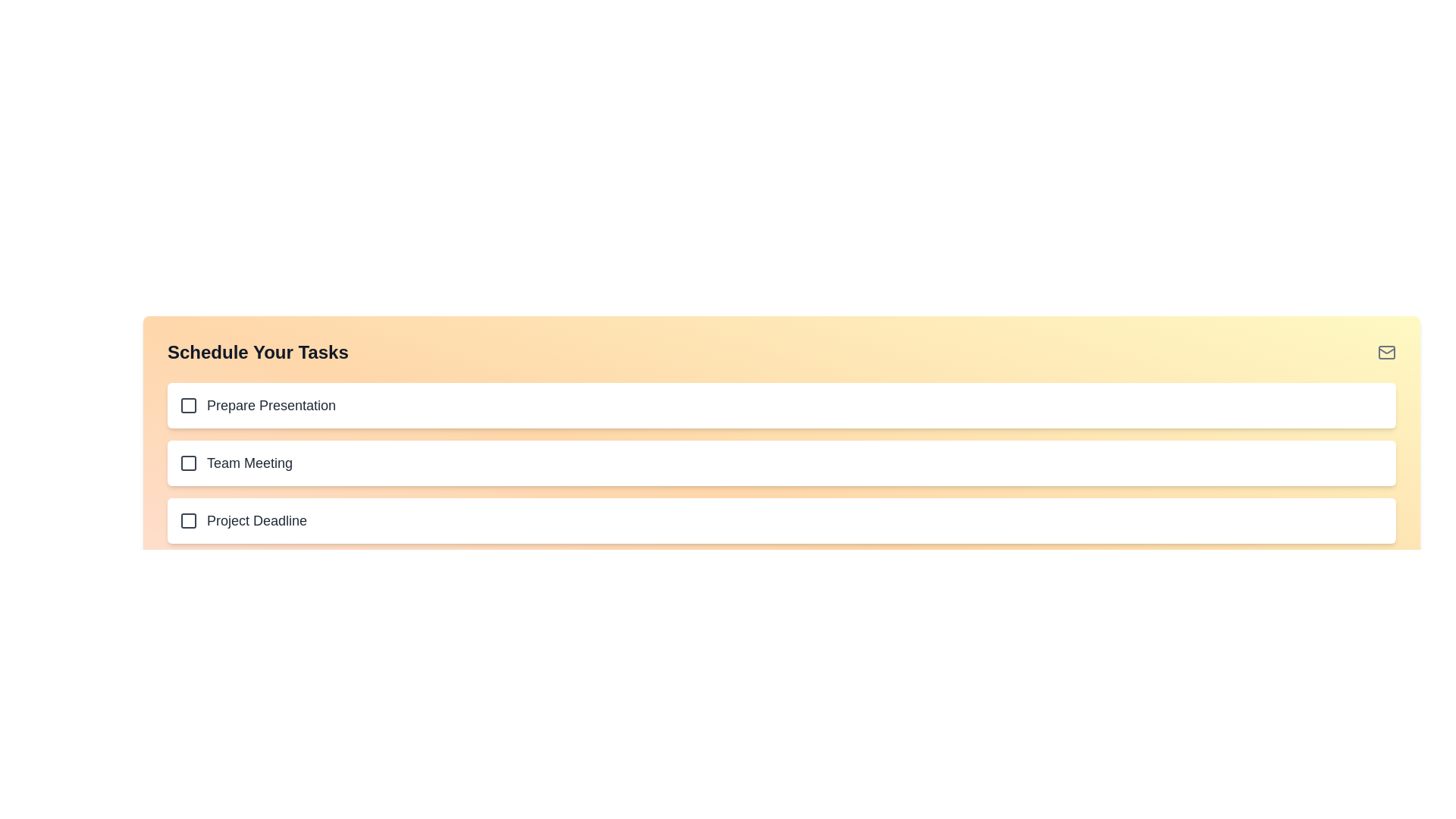  What do you see at coordinates (188, 519) in the screenshot?
I see `the graphical representation icon indicating the selection mechanism in the bottommost task row labeled 'Project Deadline' under 'Schedule Your Tasks'` at bounding box center [188, 519].